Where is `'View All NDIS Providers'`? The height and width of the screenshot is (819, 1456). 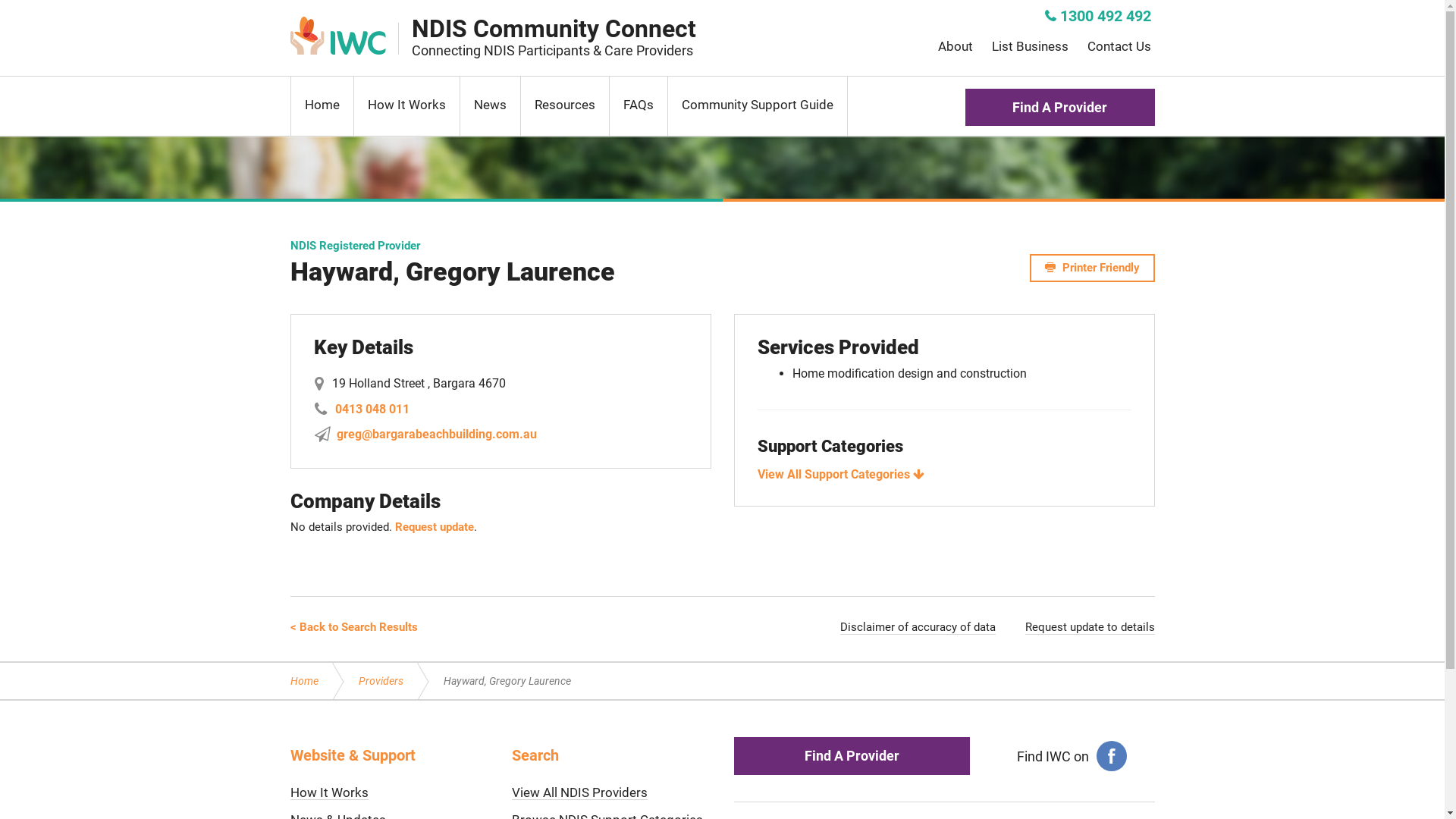 'View All NDIS Providers' is located at coordinates (512, 792).